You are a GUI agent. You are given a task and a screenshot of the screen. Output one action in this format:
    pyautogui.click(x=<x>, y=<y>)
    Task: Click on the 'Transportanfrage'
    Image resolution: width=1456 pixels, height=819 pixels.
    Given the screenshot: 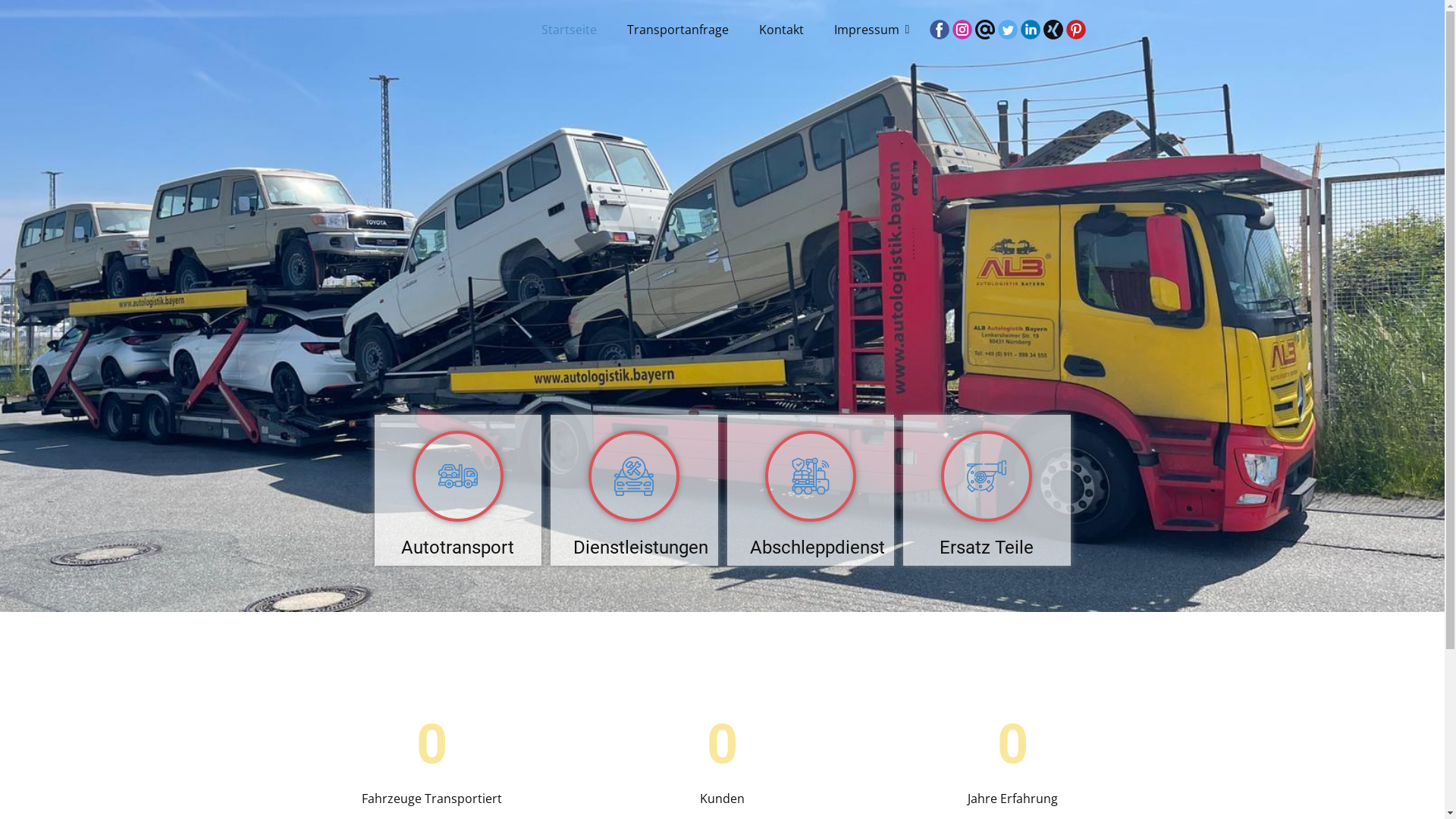 What is the action you would take?
    pyautogui.click(x=676, y=29)
    